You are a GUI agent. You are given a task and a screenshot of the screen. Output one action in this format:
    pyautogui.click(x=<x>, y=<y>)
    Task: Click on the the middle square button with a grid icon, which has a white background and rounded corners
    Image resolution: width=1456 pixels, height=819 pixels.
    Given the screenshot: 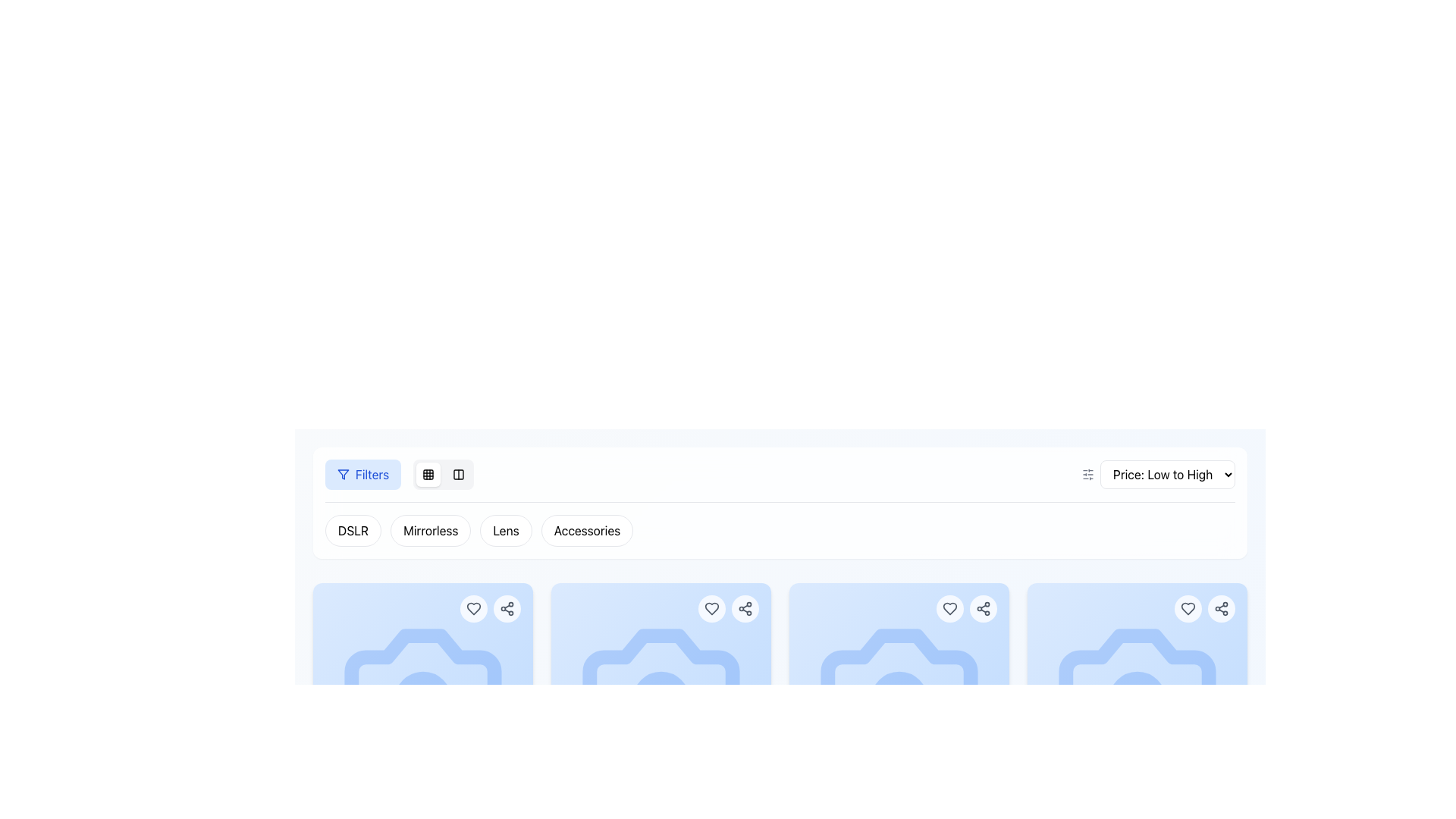 What is the action you would take?
    pyautogui.click(x=428, y=473)
    